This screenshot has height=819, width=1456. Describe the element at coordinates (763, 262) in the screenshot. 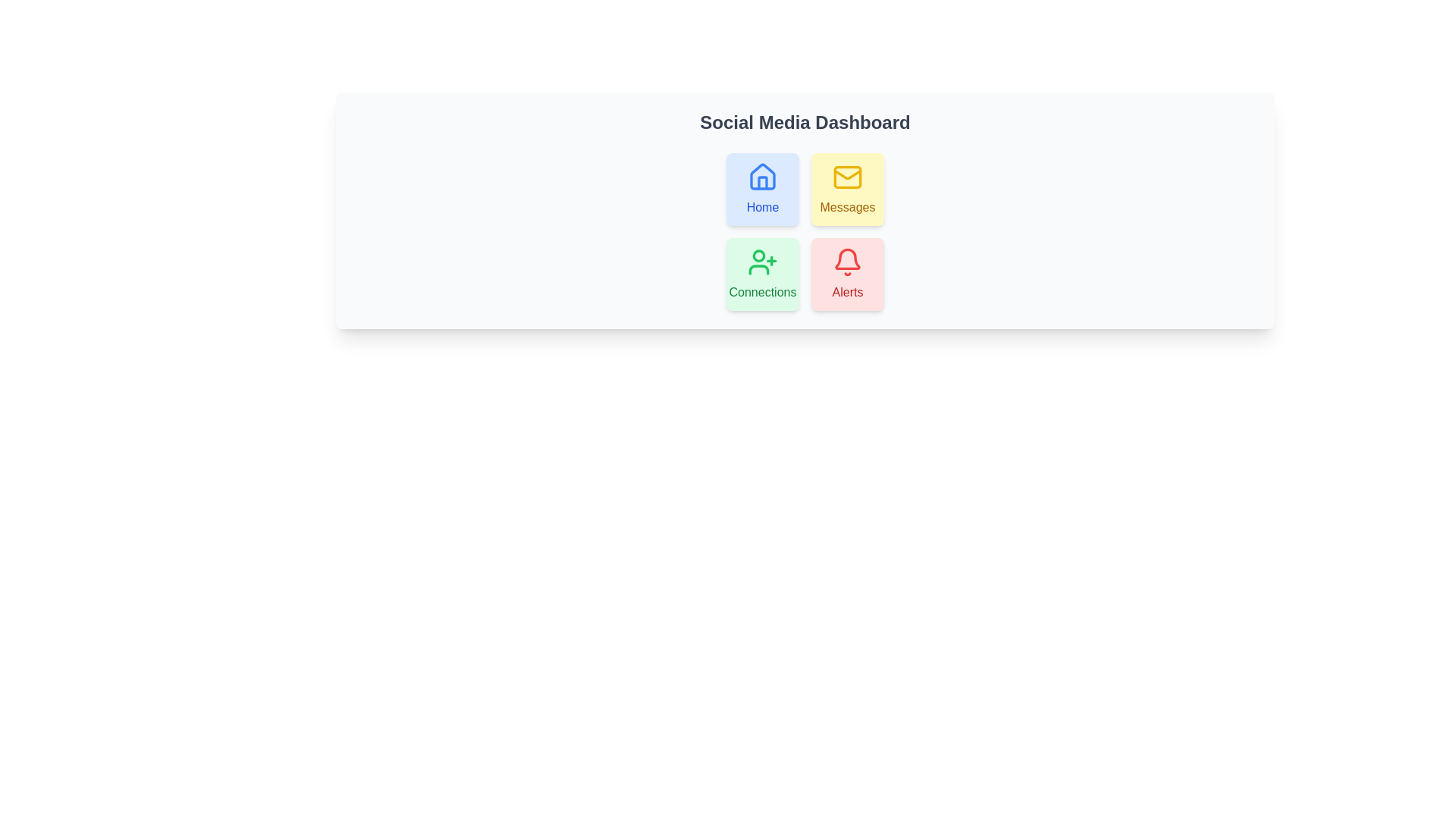

I see `the interactive icon for adding new connections located in the center of the green-bordered square labeled 'Connections'` at that location.